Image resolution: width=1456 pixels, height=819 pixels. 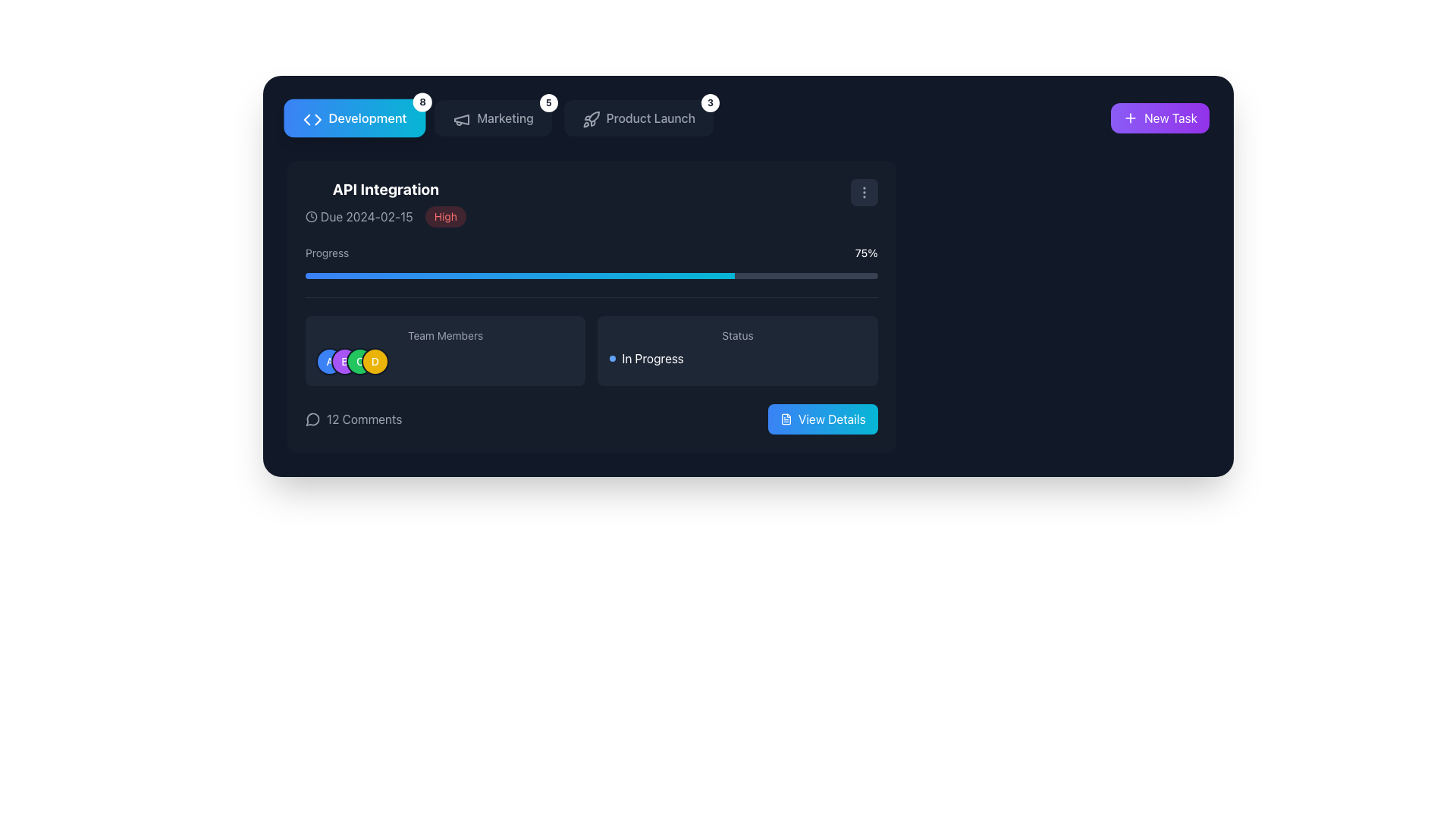 I want to click on the text label within the button located at the bottom-right of the task card, so click(x=831, y=419).